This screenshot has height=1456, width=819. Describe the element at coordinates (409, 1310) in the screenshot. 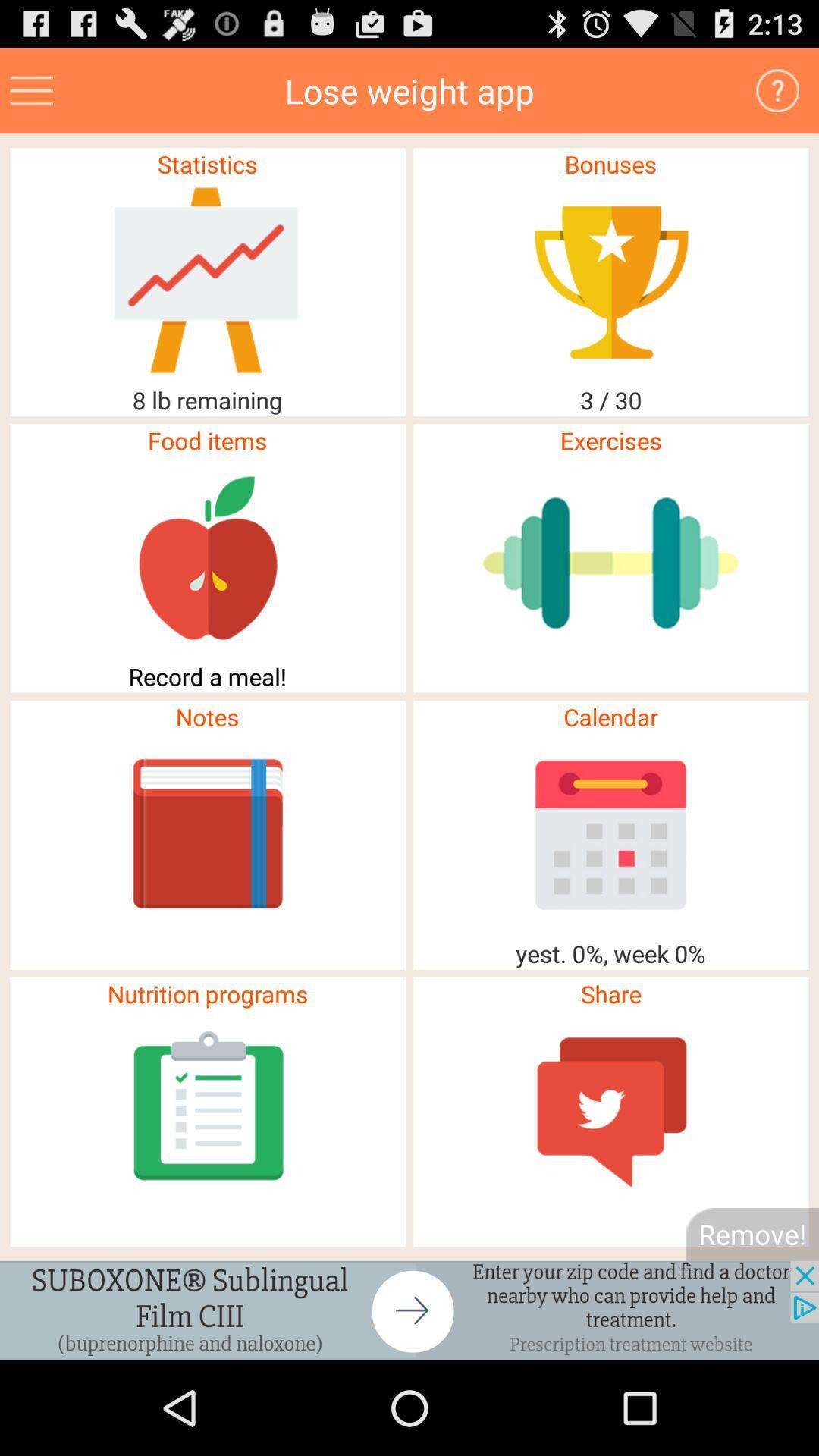

I see `go back` at that location.